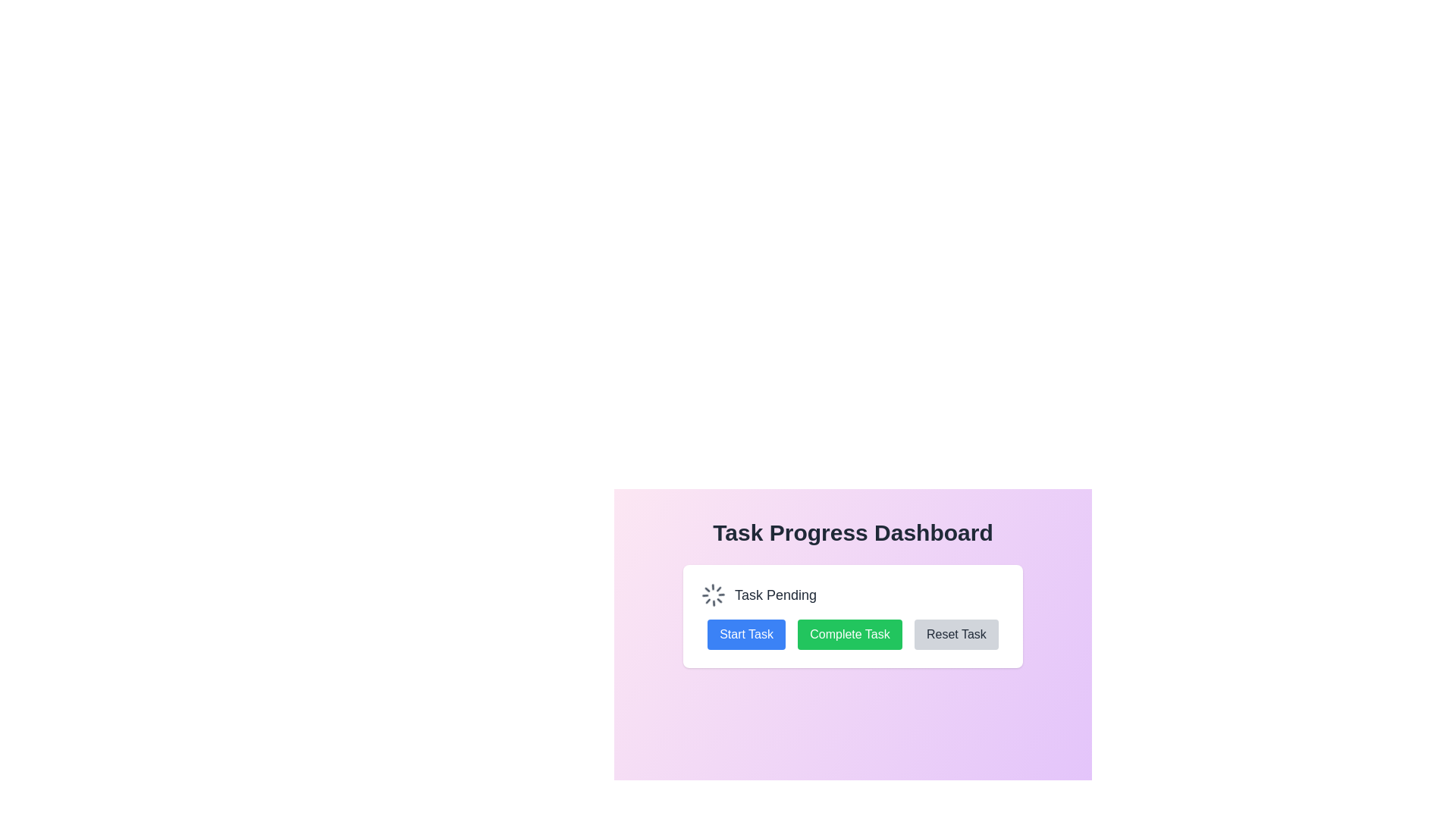  Describe the element at coordinates (852, 635) in the screenshot. I see `the second button in the row of three buttons located near the lower section of the card to mark the task as completed` at that location.